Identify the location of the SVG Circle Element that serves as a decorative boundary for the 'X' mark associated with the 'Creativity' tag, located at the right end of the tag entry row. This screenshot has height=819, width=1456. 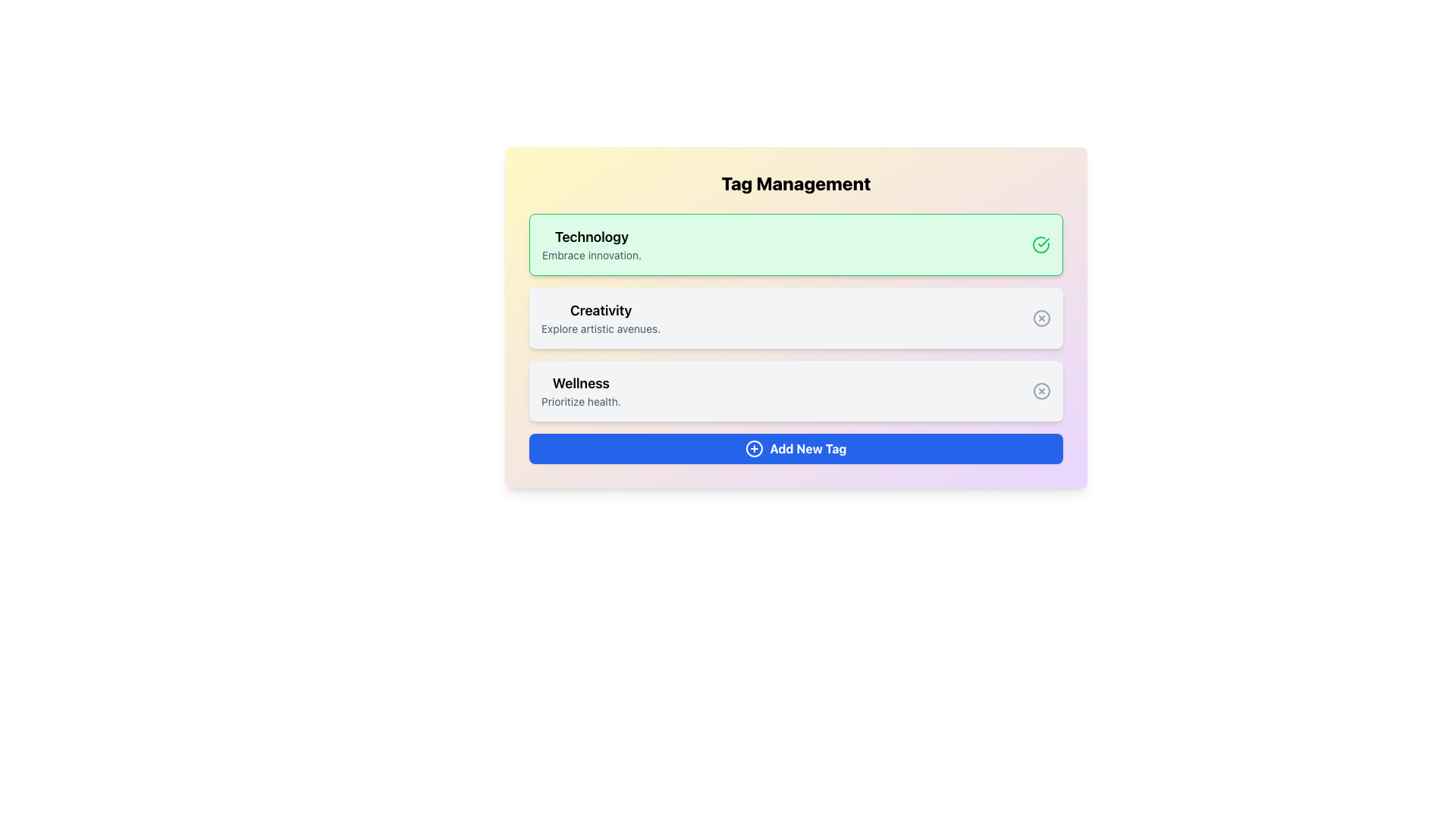
(1040, 318).